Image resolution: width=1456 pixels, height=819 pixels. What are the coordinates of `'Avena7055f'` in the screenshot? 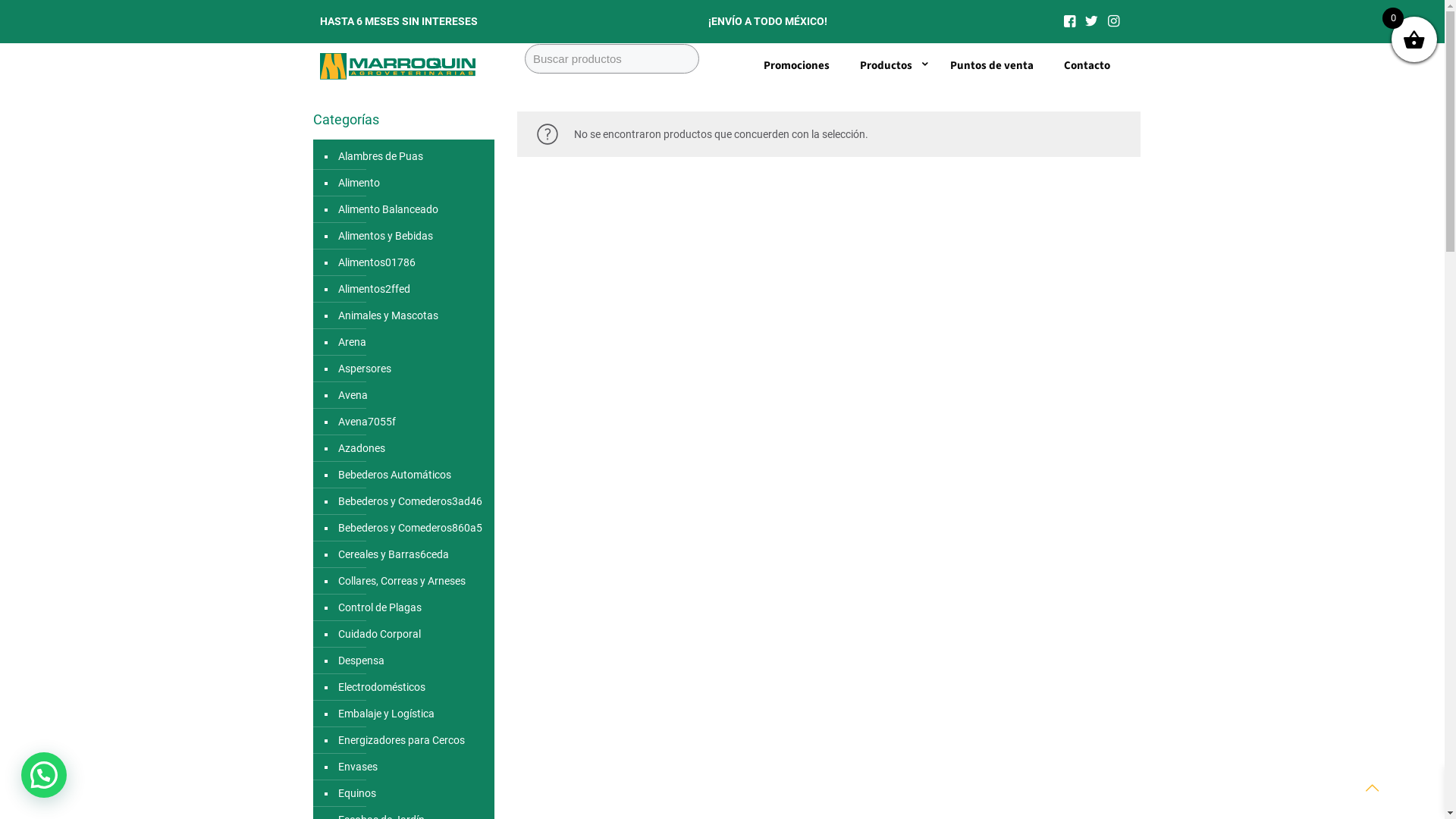 It's located at (411, 422).